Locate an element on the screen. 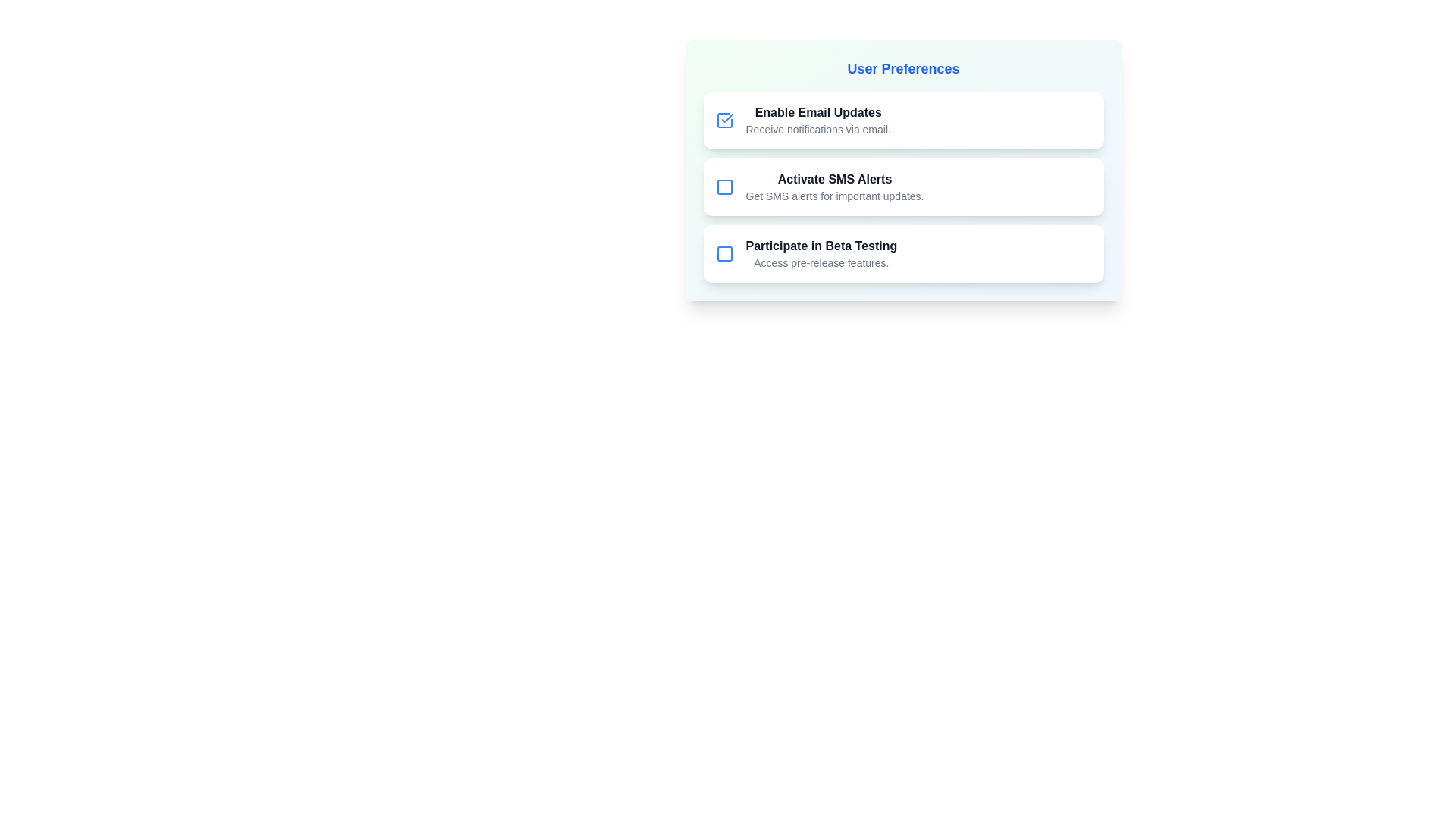 The height and width of the screenshot is (819, 1456). the supplementary text label for the 'Activate SMS Alerts' option, which is located directly below the main text in the user preferences section is located at coordinates (833, 195).